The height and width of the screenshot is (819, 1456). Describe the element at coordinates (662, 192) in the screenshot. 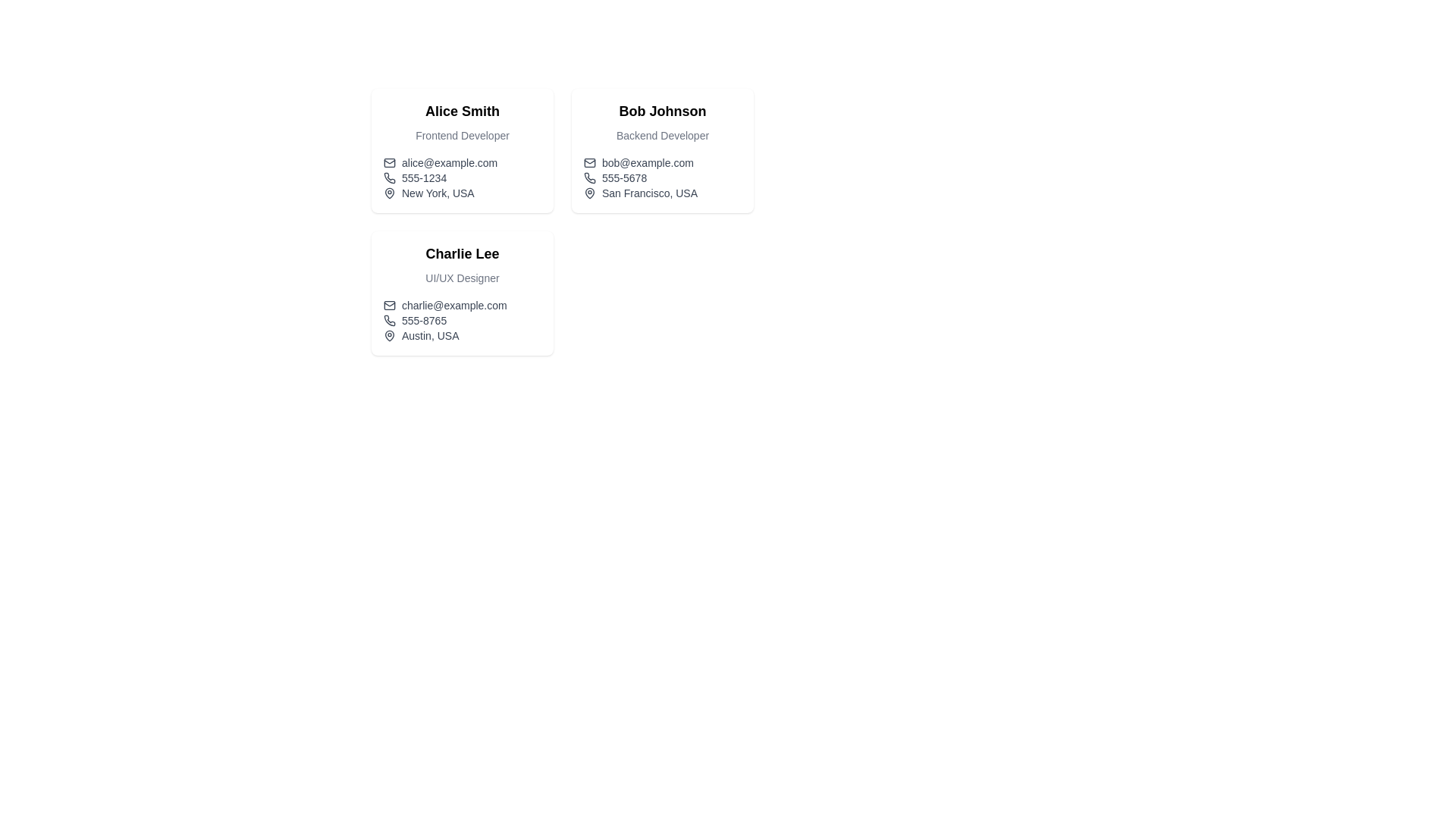

I see `text 'San Francisco, USA' which is the bottom-most item within the card labeled 'Bob Johnson', positioned directly beneath the phone number and icon` at that location.